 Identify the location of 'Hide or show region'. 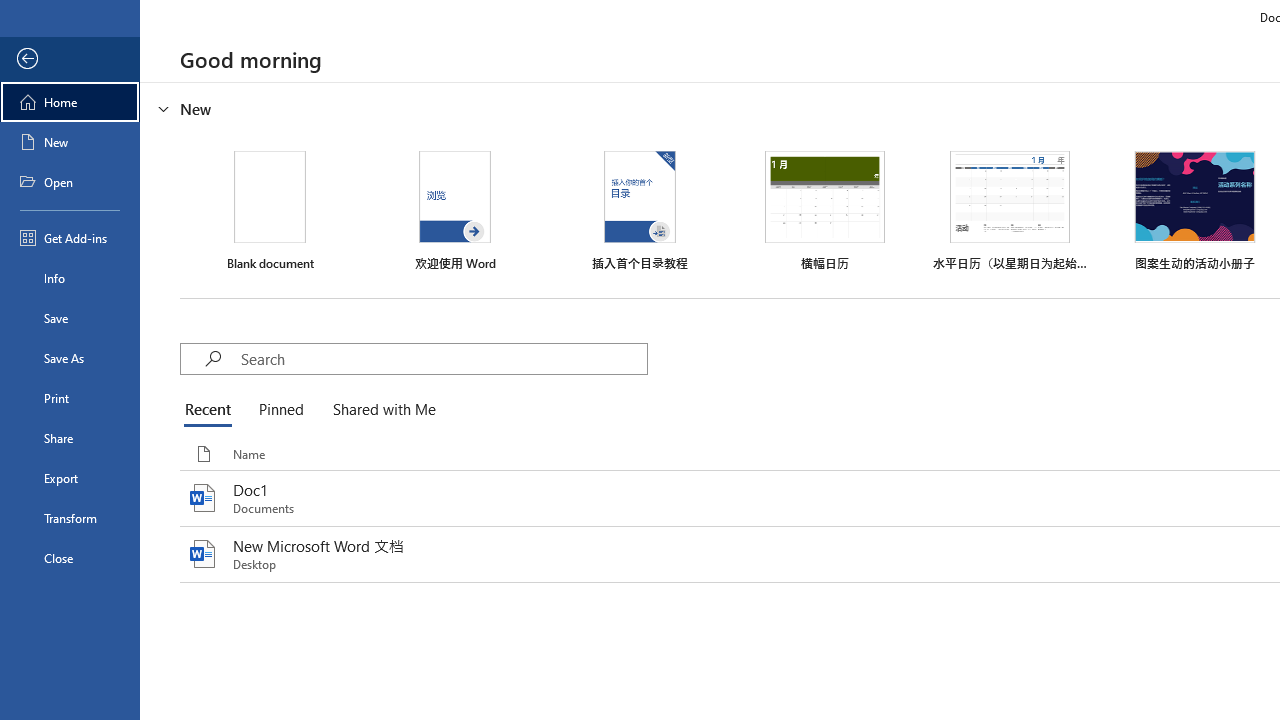
(164, 109).